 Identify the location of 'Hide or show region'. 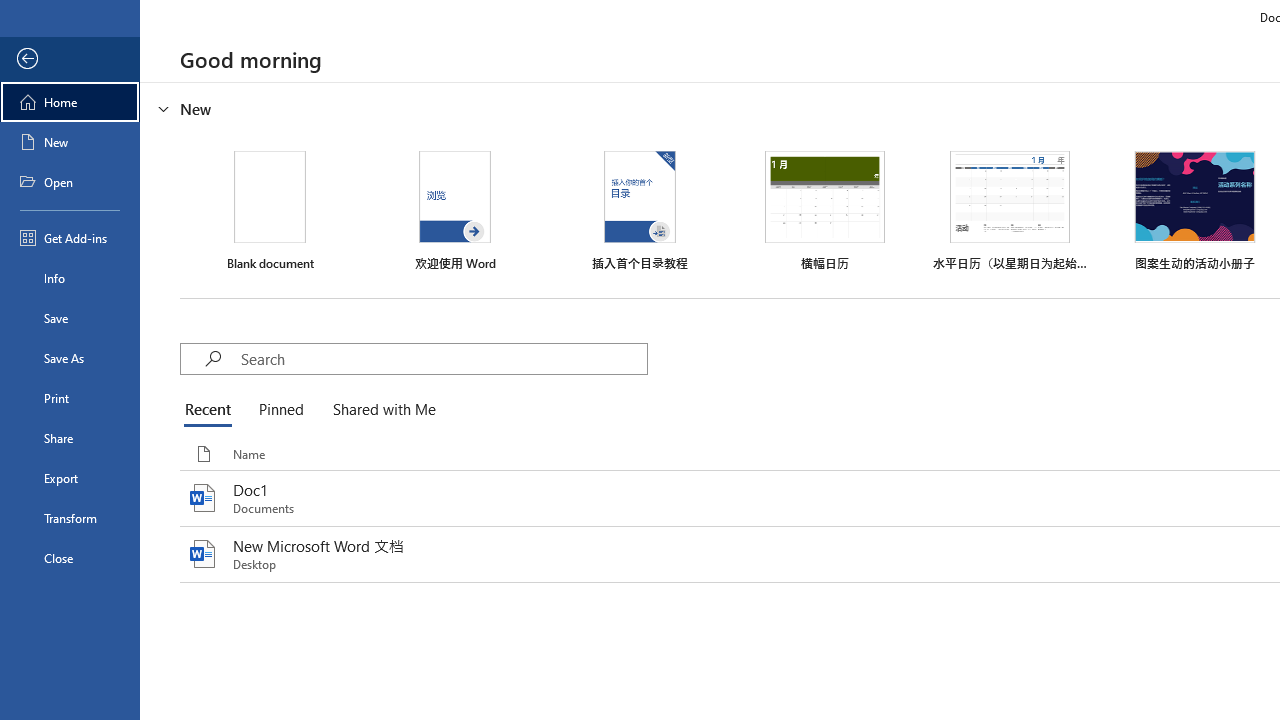
(164, 109).